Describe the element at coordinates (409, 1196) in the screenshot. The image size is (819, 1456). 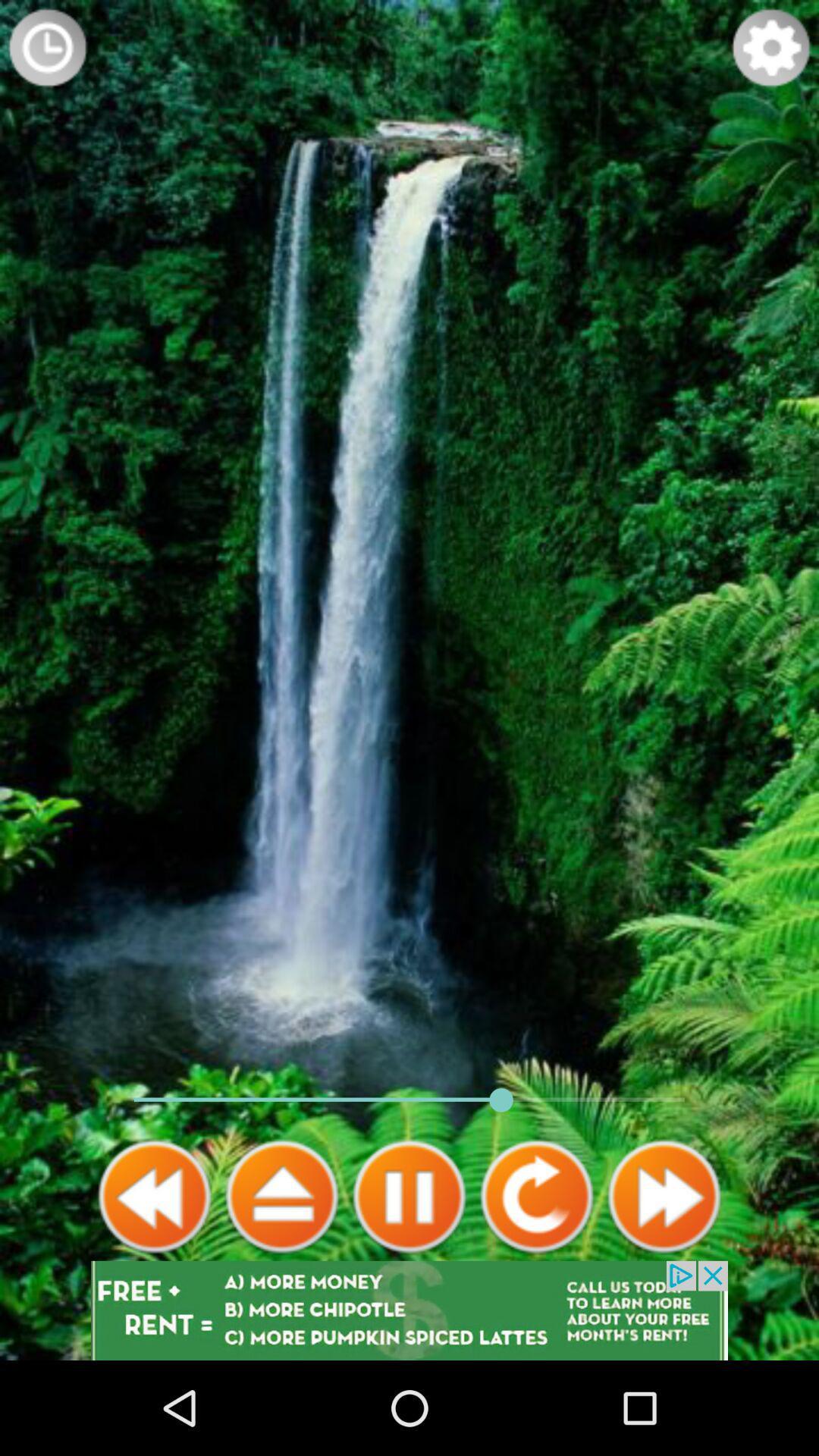
I see `pause` at that location.